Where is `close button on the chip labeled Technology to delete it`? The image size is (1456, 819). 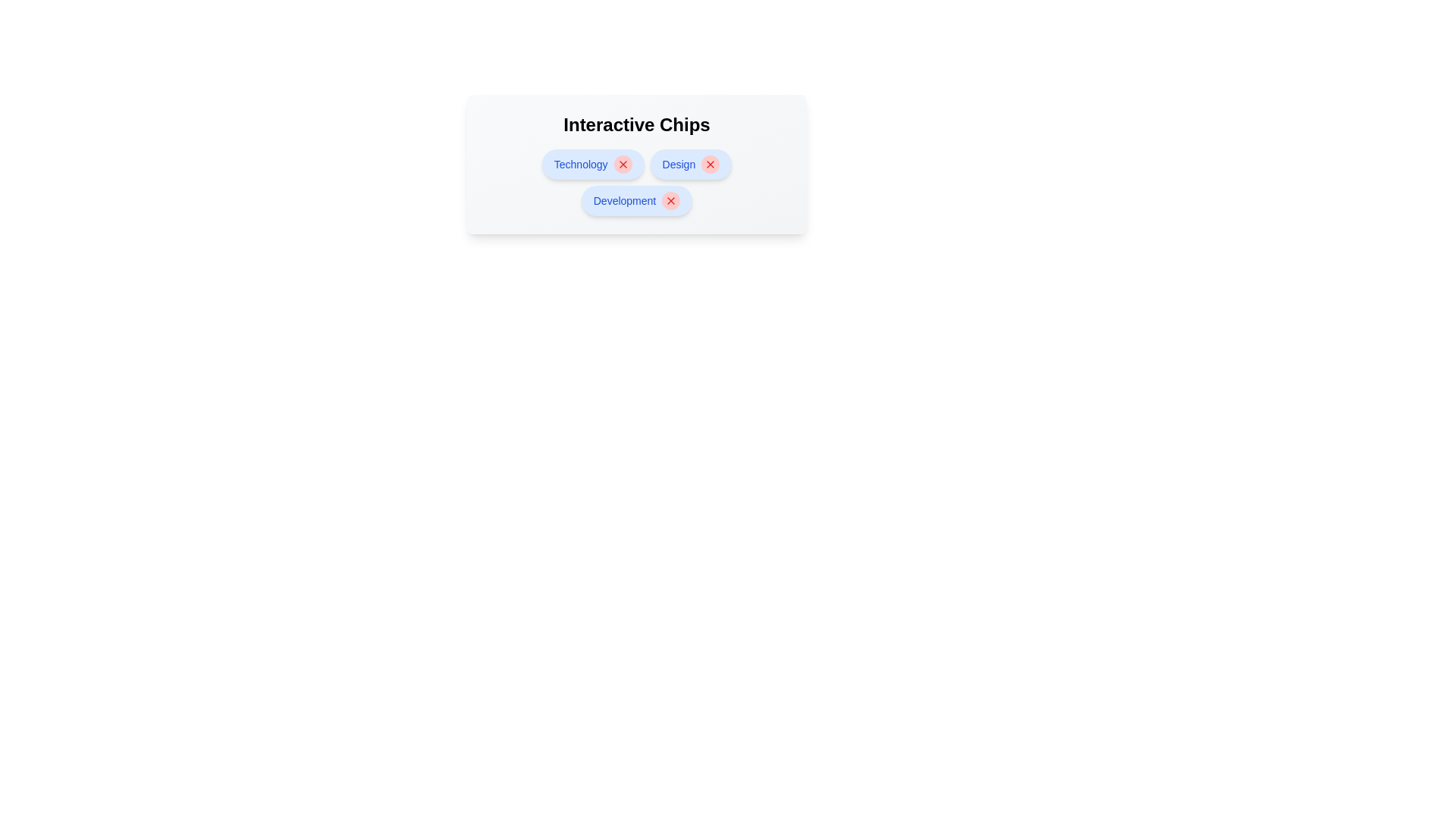 close button on the chip labeled Technology to delete it is located at coordinates (623, 164).